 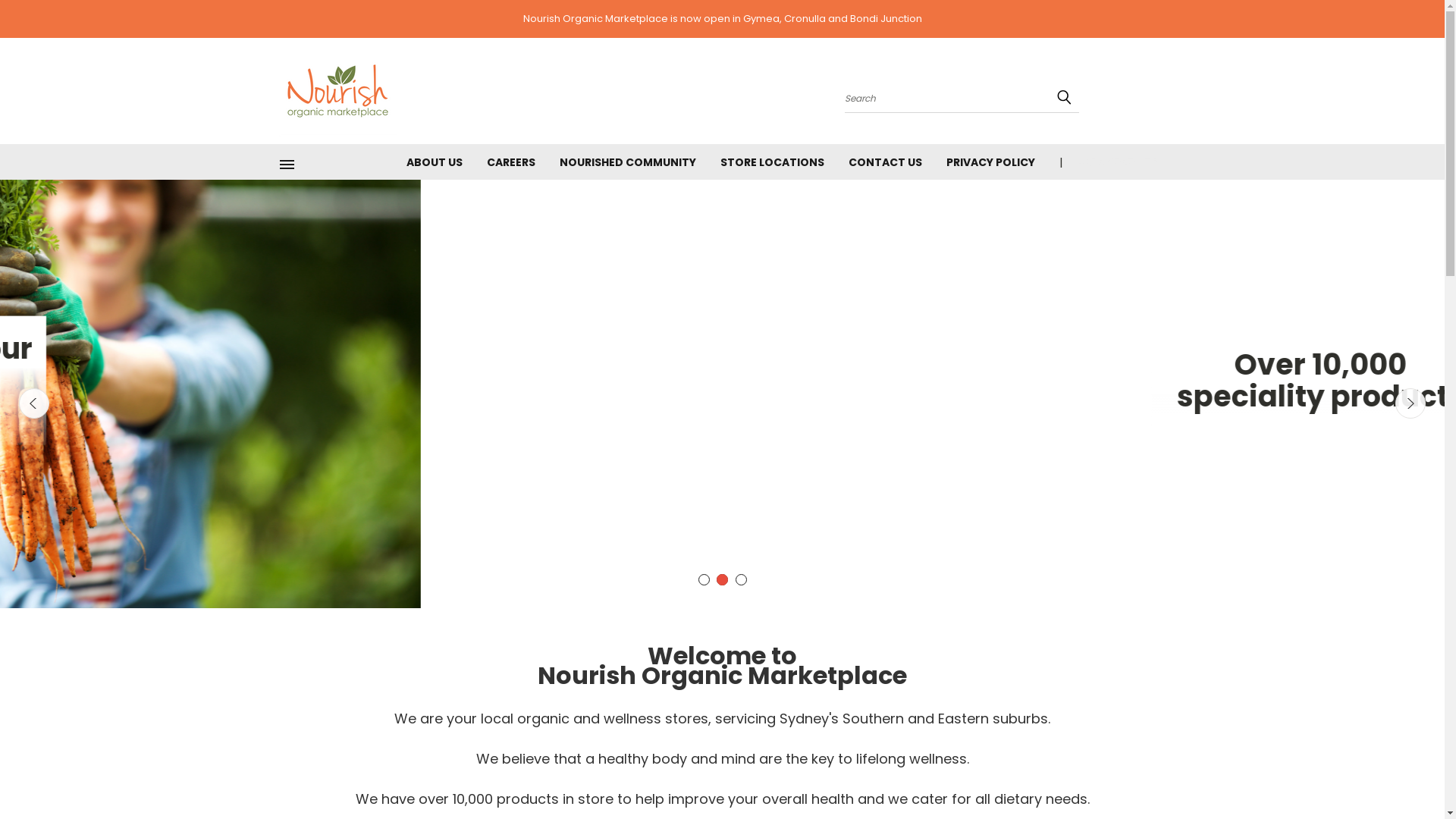 What do you see at coordinates (990, 161) in the screenshot?
I see `'PRIVACY POLICY'` at bounding box center [990, 161].